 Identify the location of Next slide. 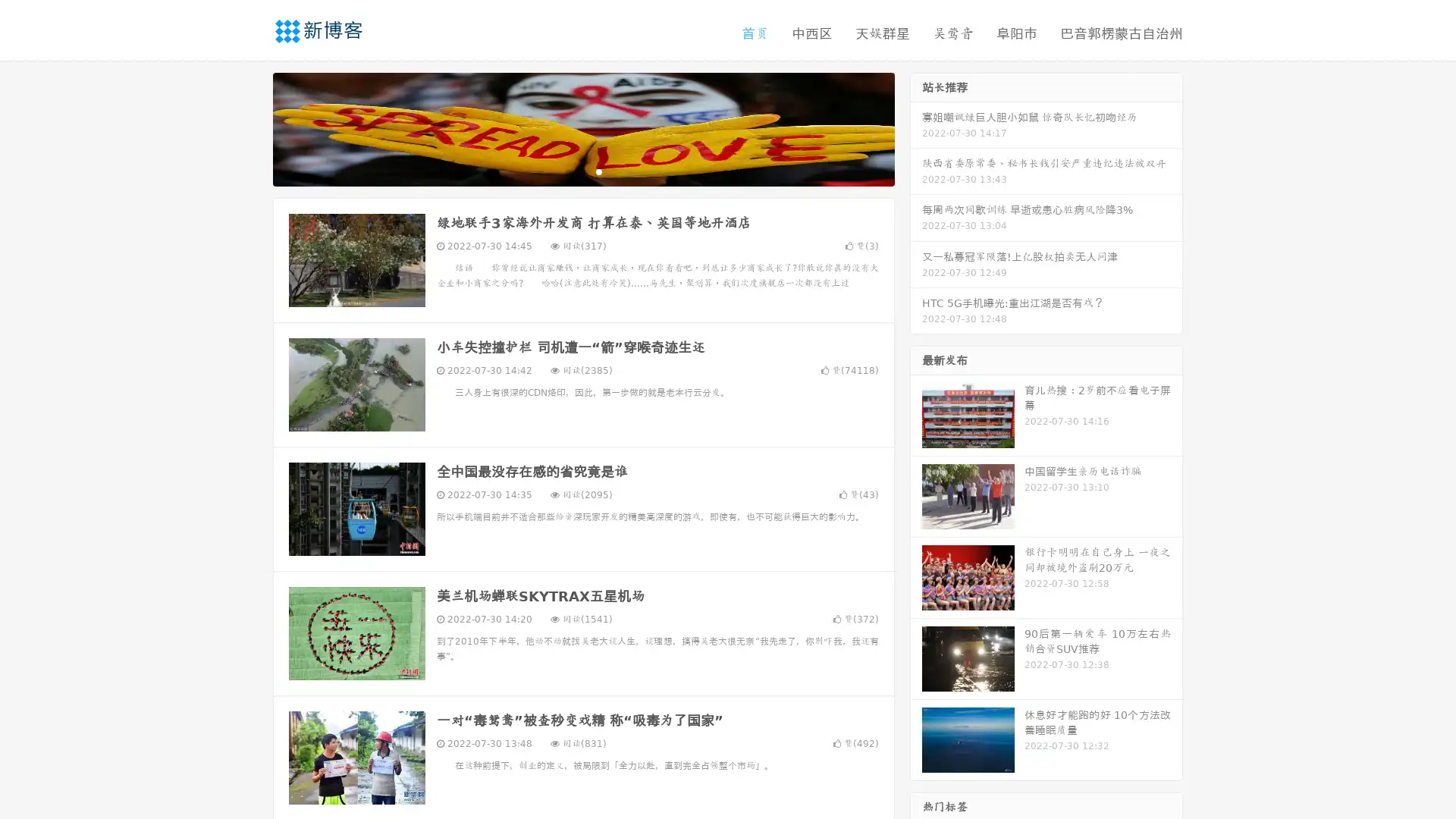
(916, 127).